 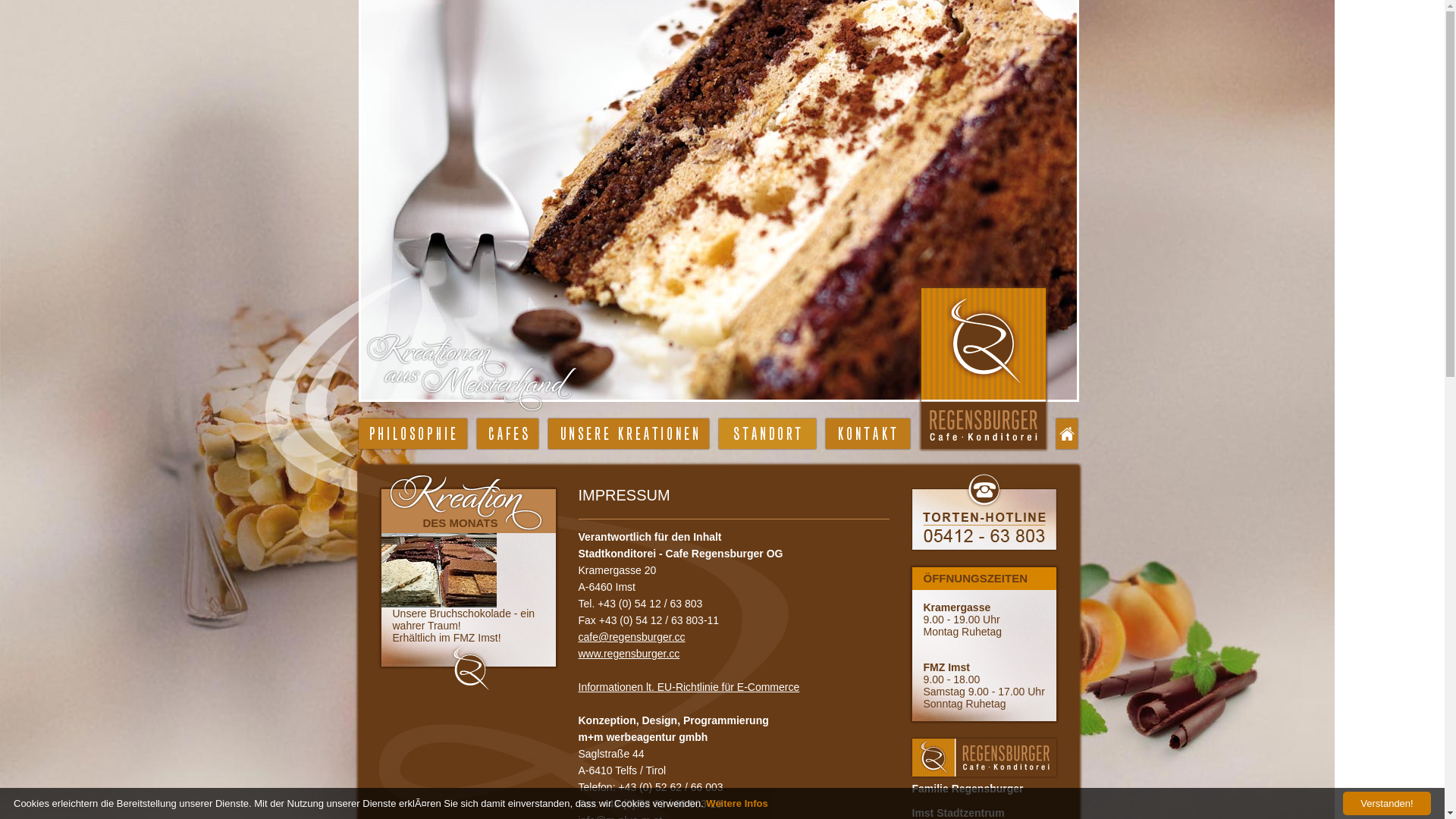 I want to click on 'UNSERE KREATIONEN', so click(x=628, y=433).